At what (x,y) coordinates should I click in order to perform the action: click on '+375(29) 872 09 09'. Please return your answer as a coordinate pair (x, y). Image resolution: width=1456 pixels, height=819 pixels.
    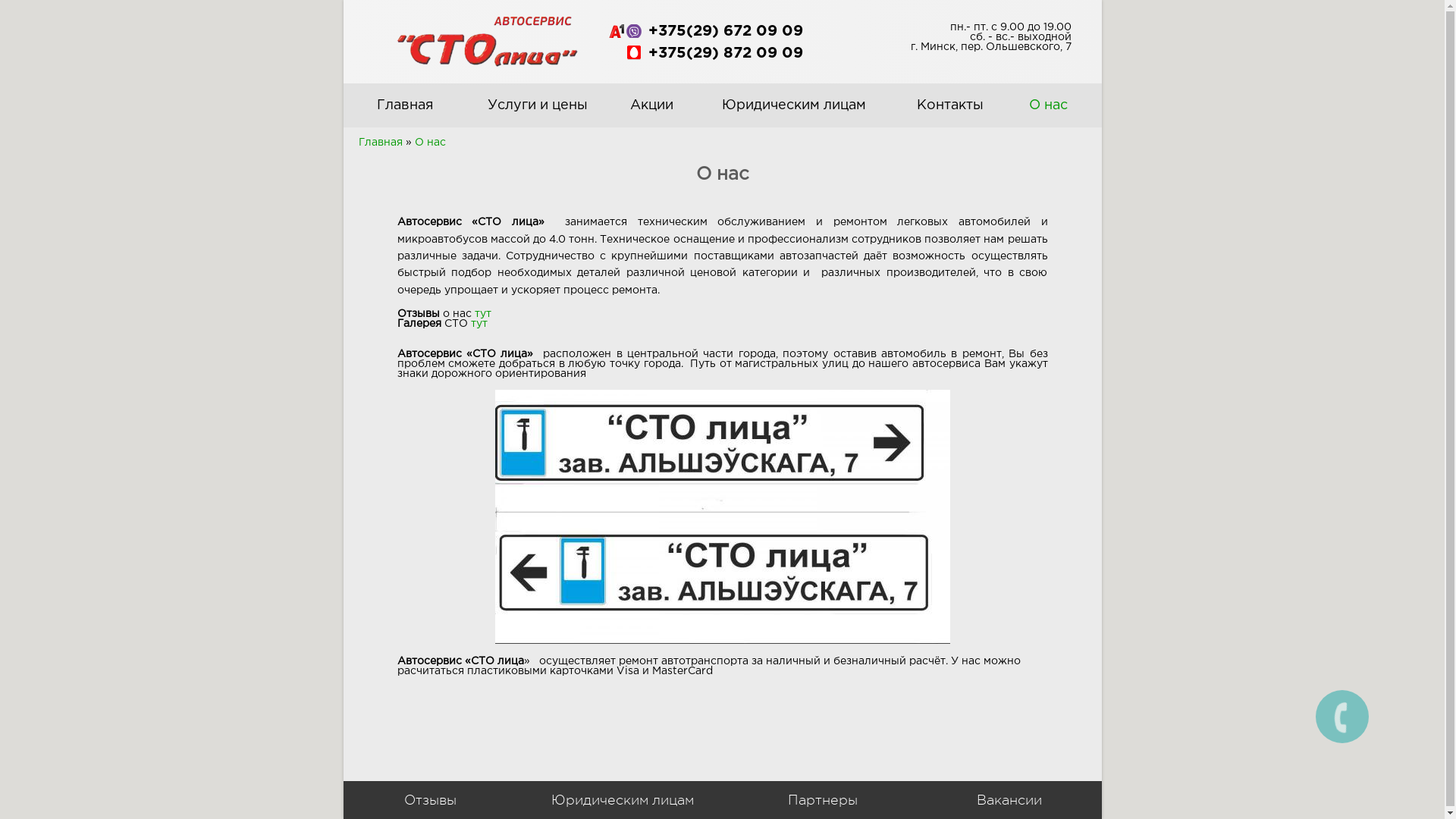
    Looking at the image, I should click on (723, 52).